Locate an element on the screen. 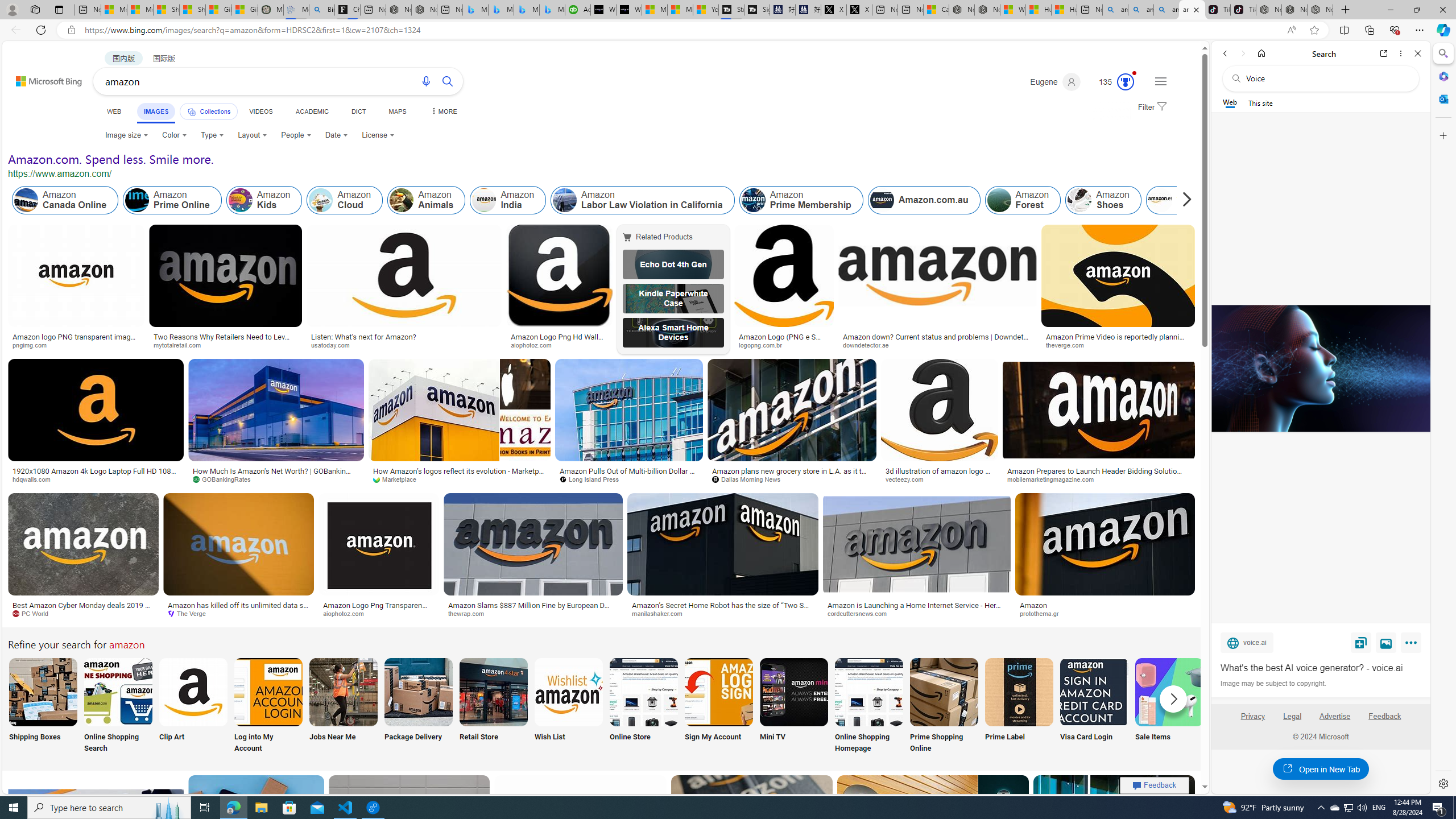 This screenshot has width=1456, height=819. 'Sale Items' is located at coordinates (1169, 706).